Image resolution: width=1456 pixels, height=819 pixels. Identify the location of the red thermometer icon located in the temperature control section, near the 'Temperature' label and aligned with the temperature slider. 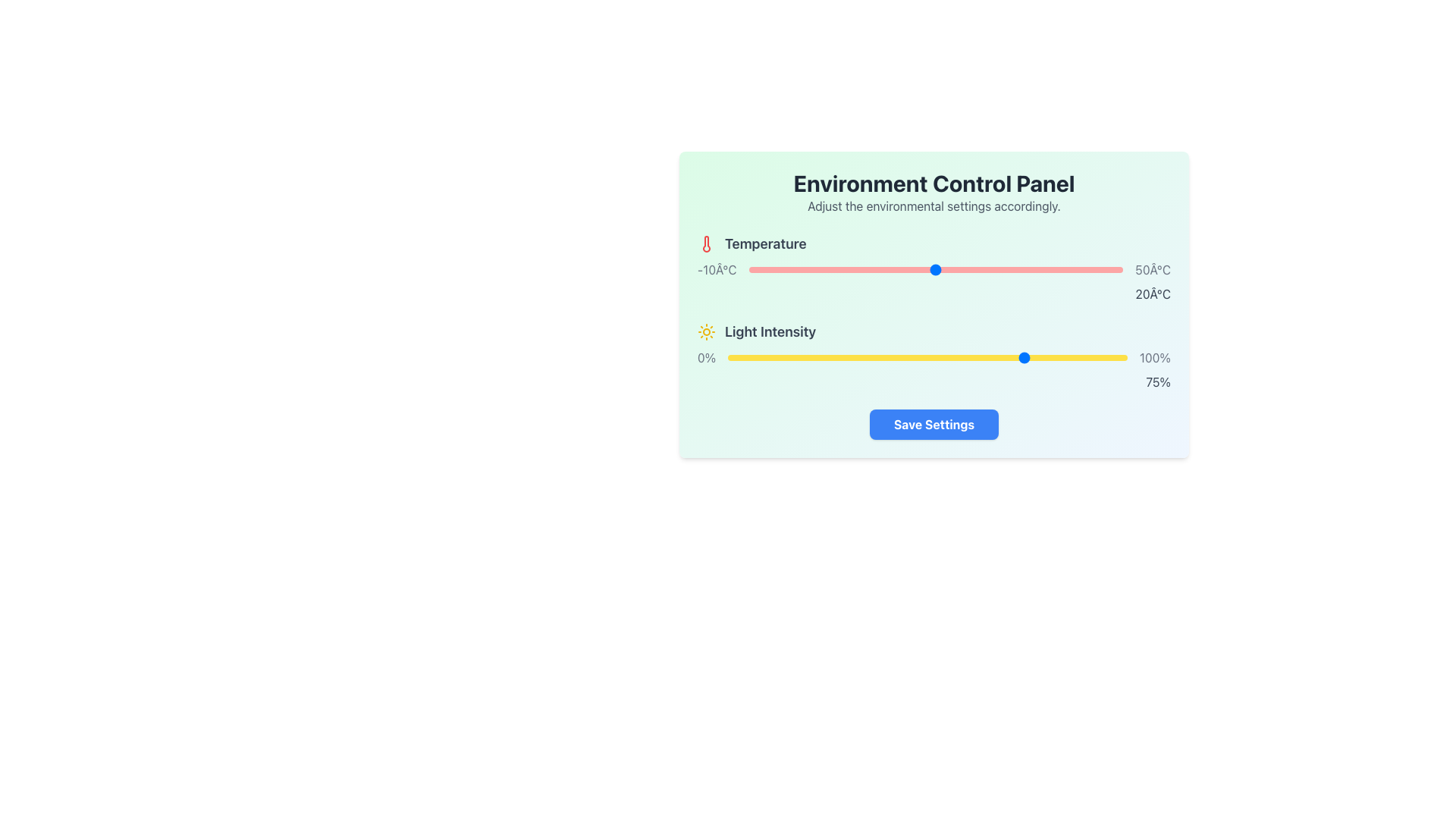
(705, 243).